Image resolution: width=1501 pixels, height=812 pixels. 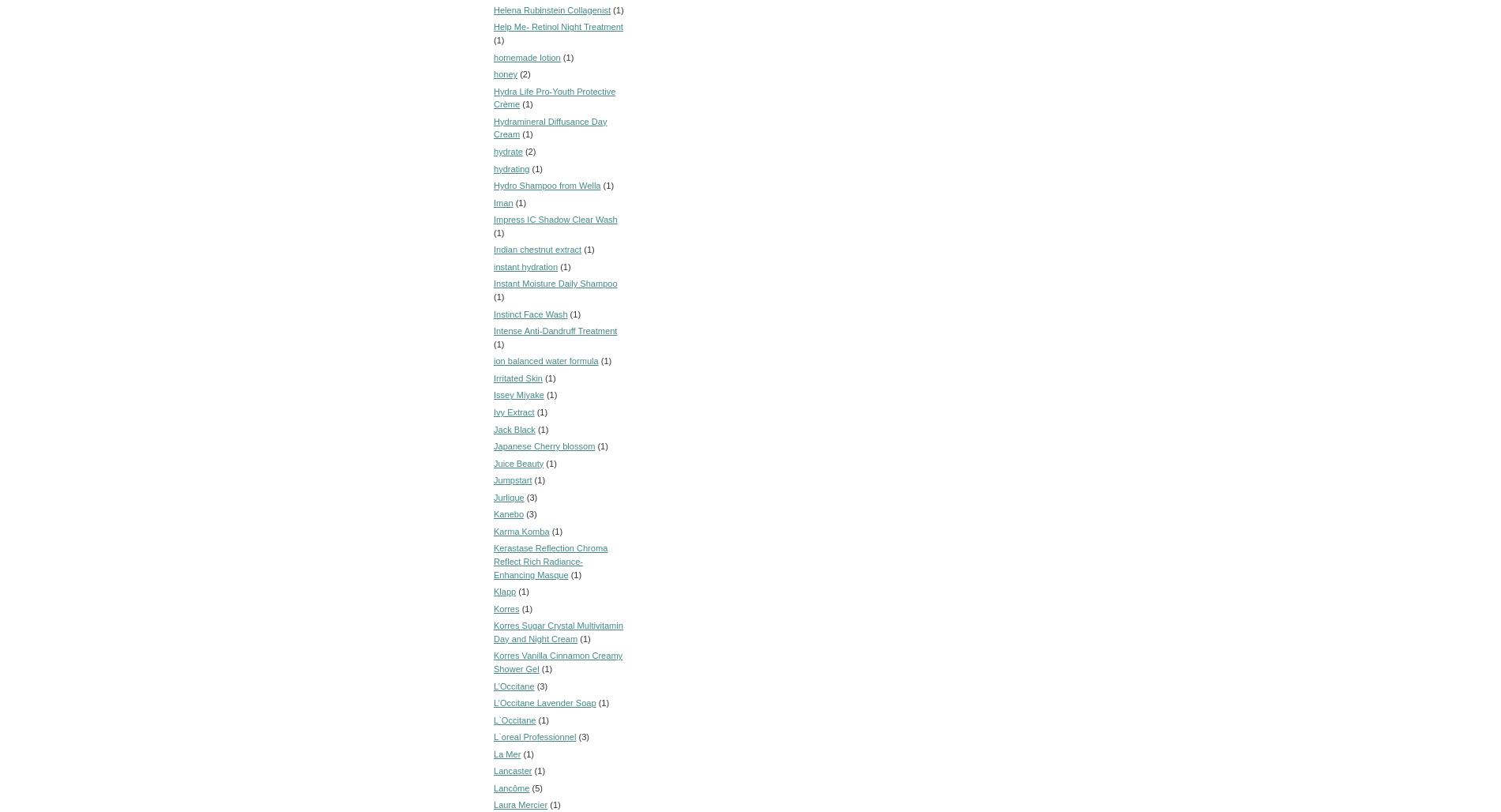 What do you see at coordinates (558, 631) in the screenshot?
I see `'Korres Sugar Crystal Multivitamin Day and Night Cream'` at bounding box center [558, 631].